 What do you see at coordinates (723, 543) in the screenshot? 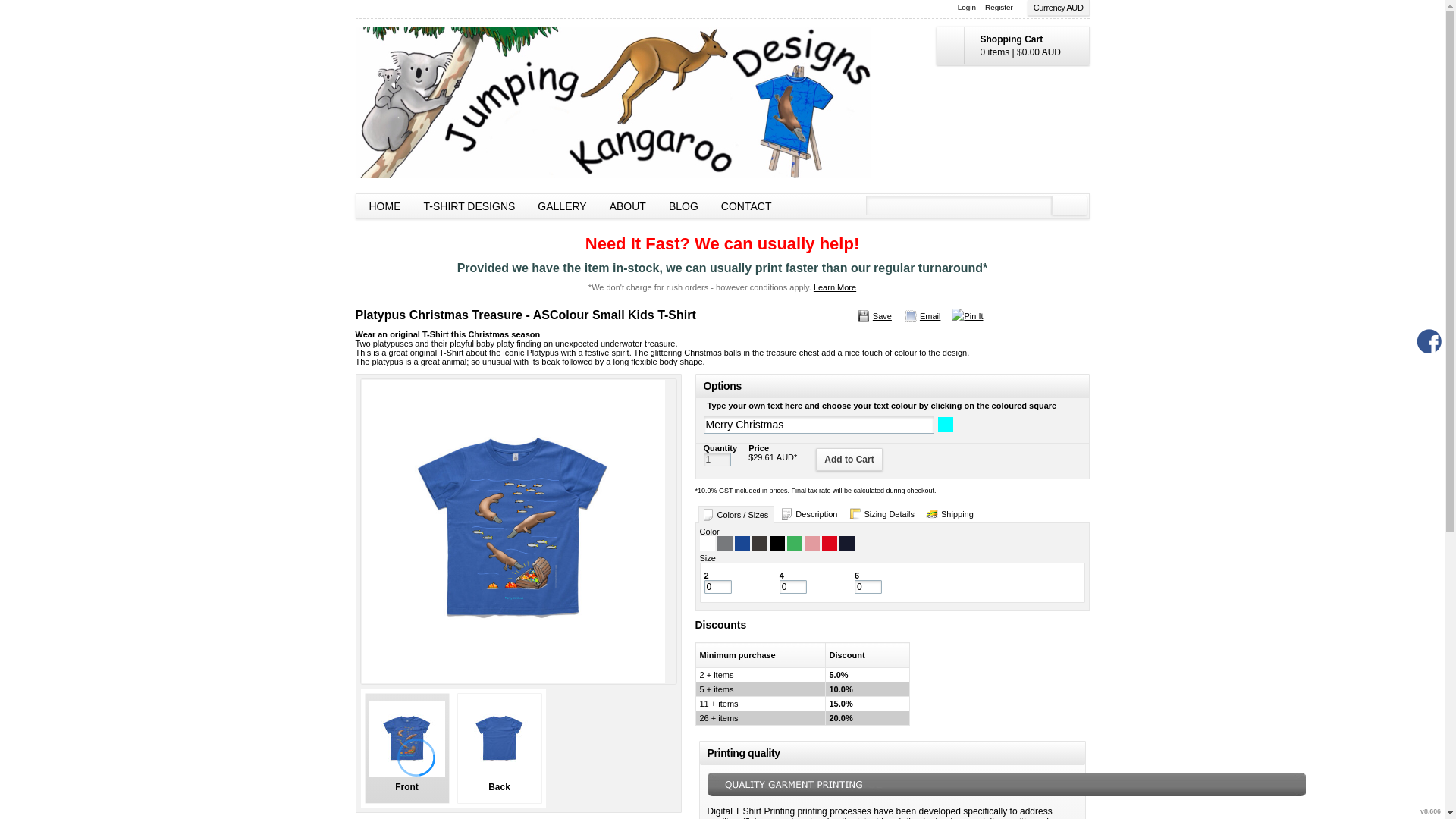
I see `'Grey Marle'` at bounding box center [723, 543].